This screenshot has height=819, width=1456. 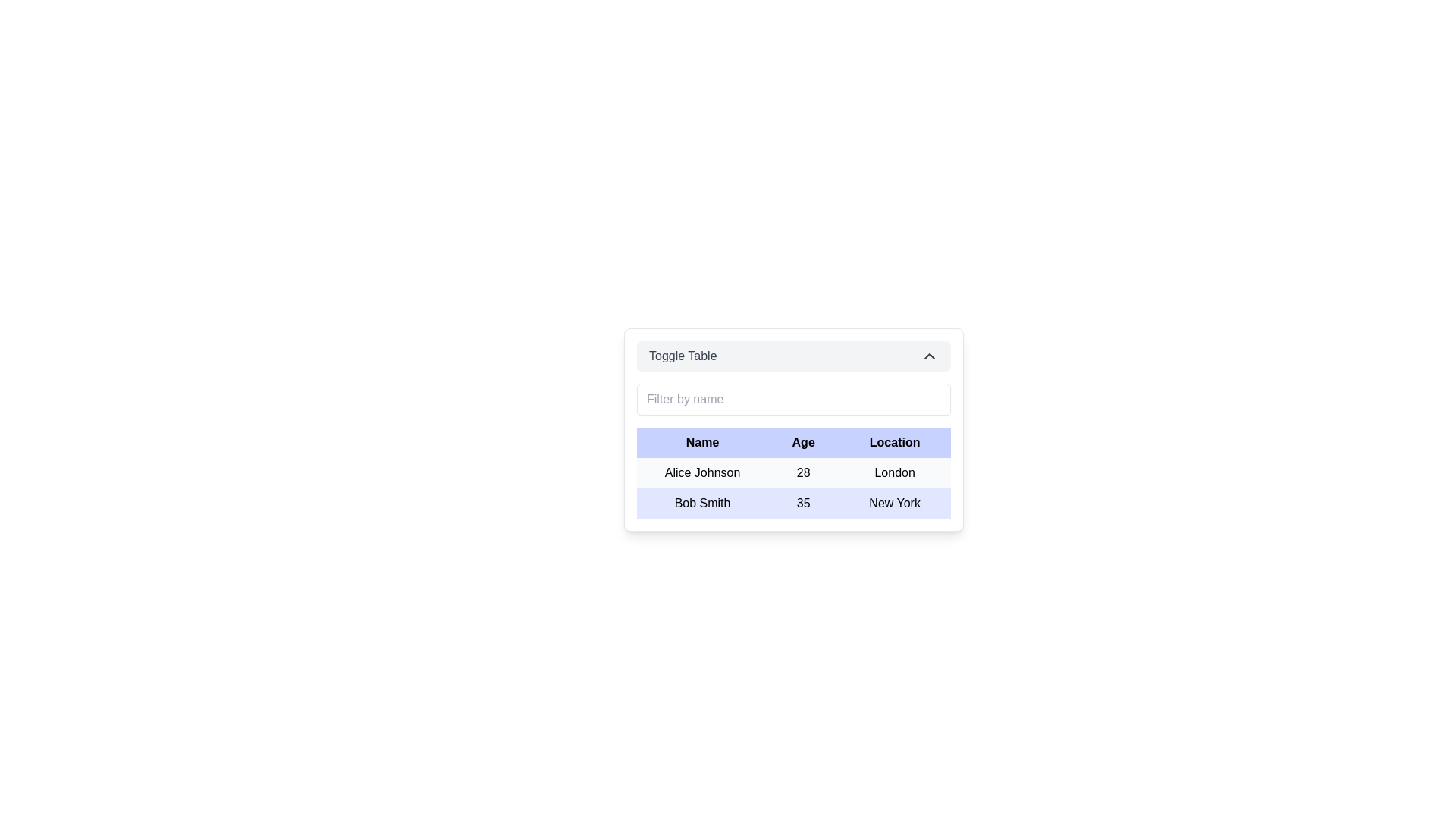 I want to click on the individual cell in the table row containing details about 'Bob Smith', aged '35', located in 'New York', to possibly edit or view its details, so click(x=792, y=488).